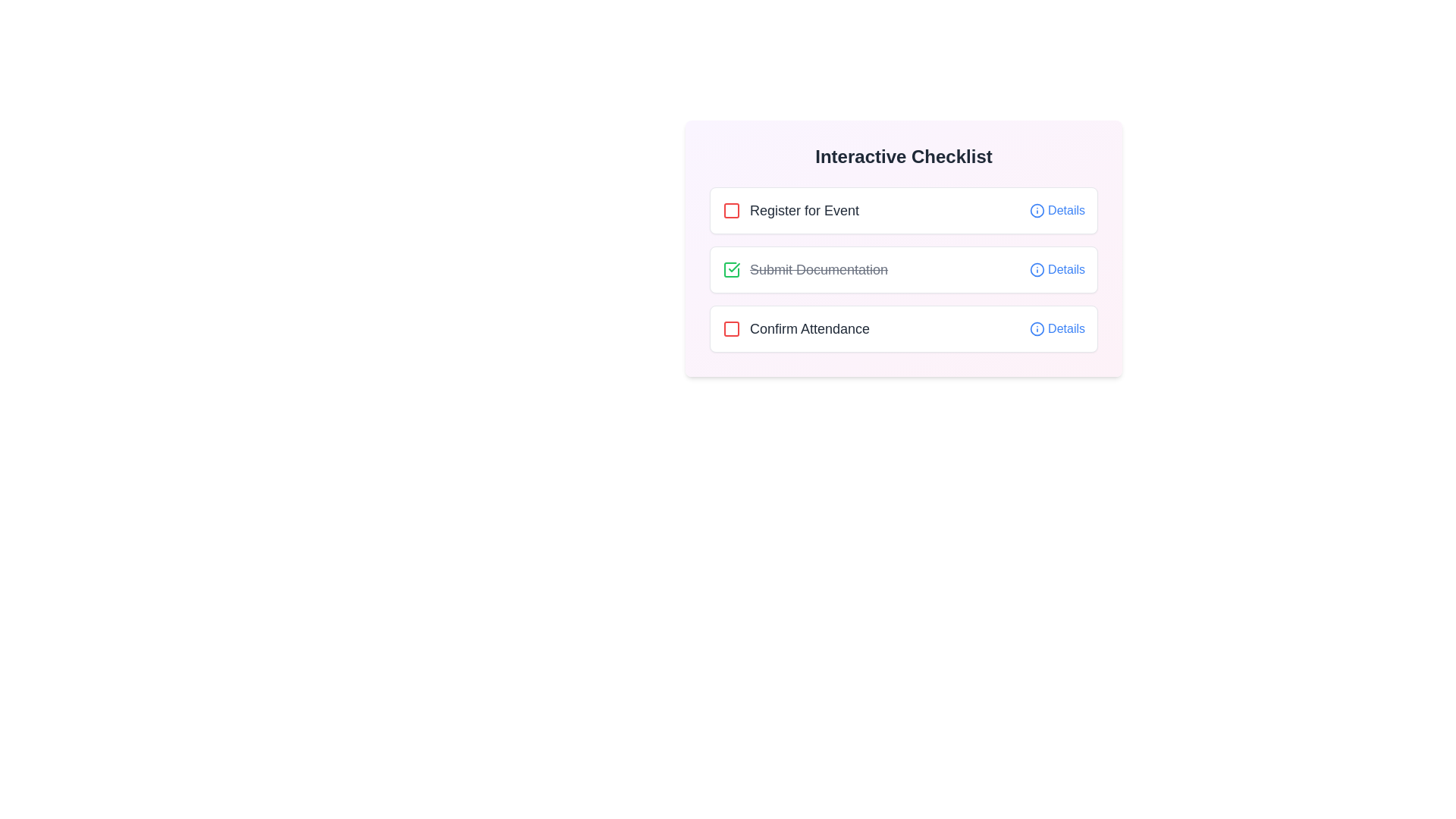 The image size is (1456, 819). What do you see at coordinates (731, 268) in the screenshot?
I see `the Checkbox (checked state) icon indicating the completion of 'Submit Documentation', which is the second checkbox in the checklist component` at bounding box center [731, 268].